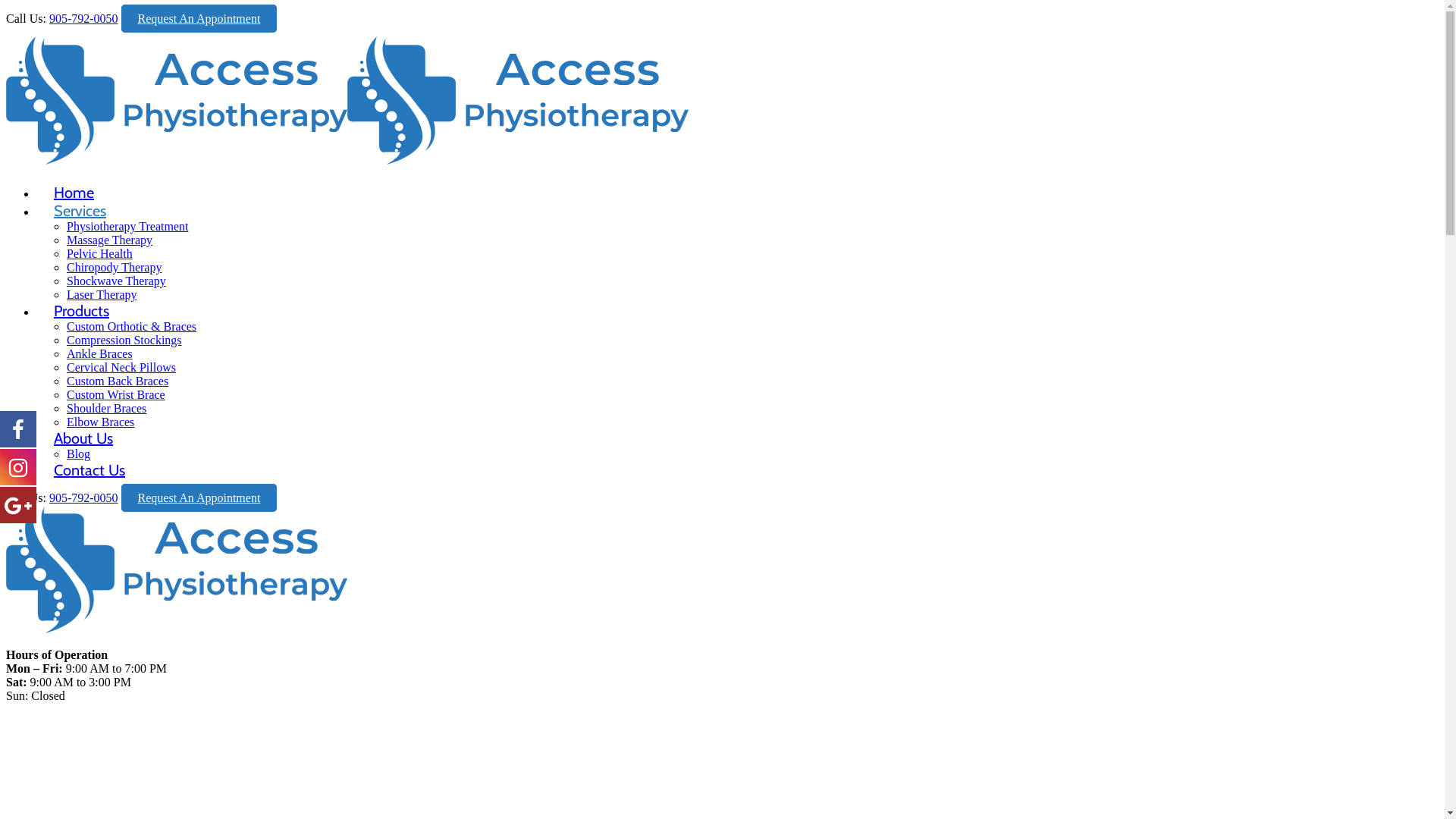  Describe the element at coordinates (83, 18) in the screenshot. I see `'905-792-0050'` at that location.